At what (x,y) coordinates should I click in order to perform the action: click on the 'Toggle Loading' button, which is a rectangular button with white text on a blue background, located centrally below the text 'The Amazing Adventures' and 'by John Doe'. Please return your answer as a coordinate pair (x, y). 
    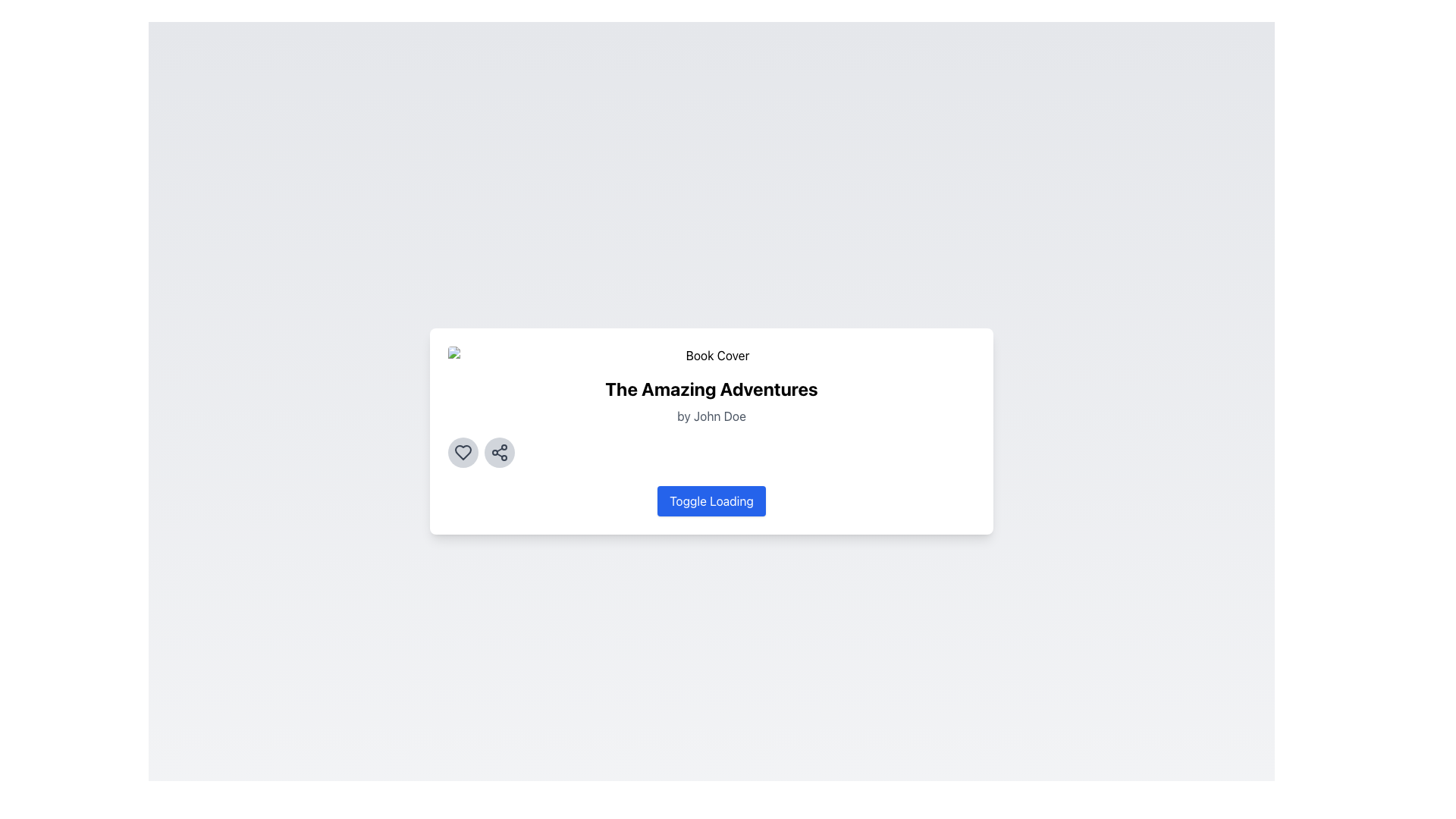
    Looking at the image, I should click on (711, 500).